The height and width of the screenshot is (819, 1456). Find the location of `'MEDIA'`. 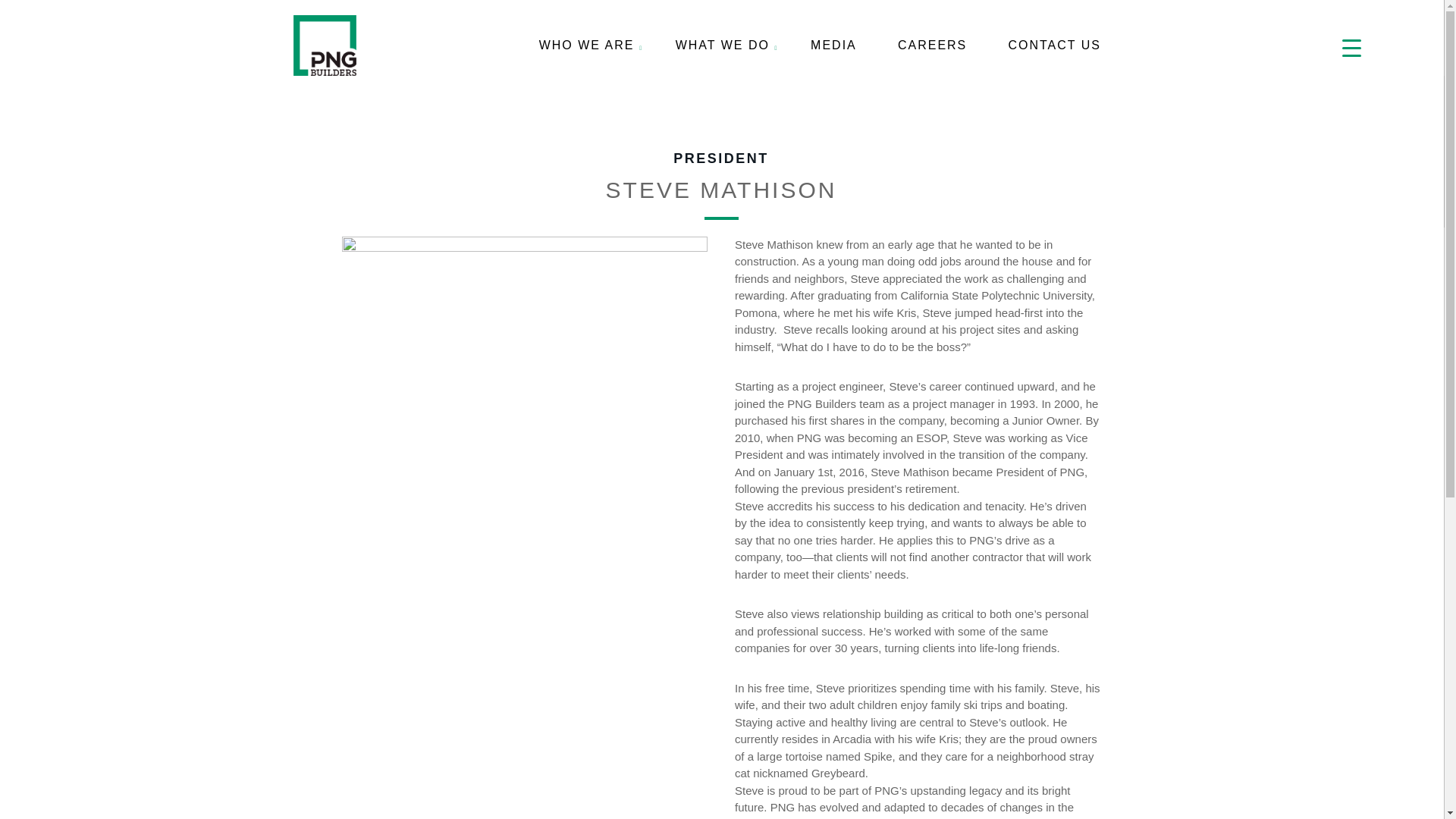

'MEDIA' is located at coordinates (833, 45).